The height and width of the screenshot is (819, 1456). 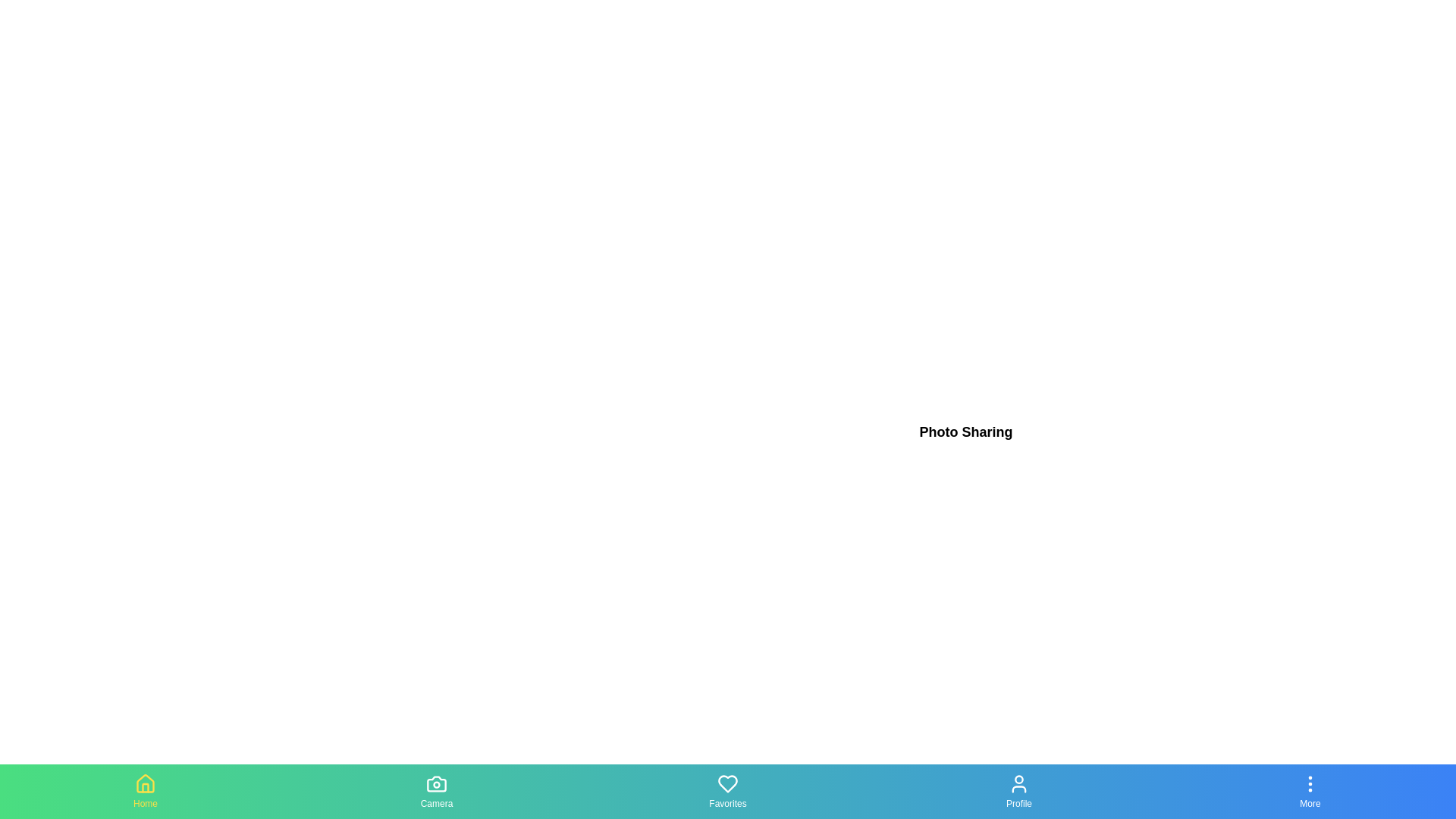 What do you see at coordinates (1019, 791) in the screenshot?
I see `the Profile navigation icon` at bounding box center [1019, 791].